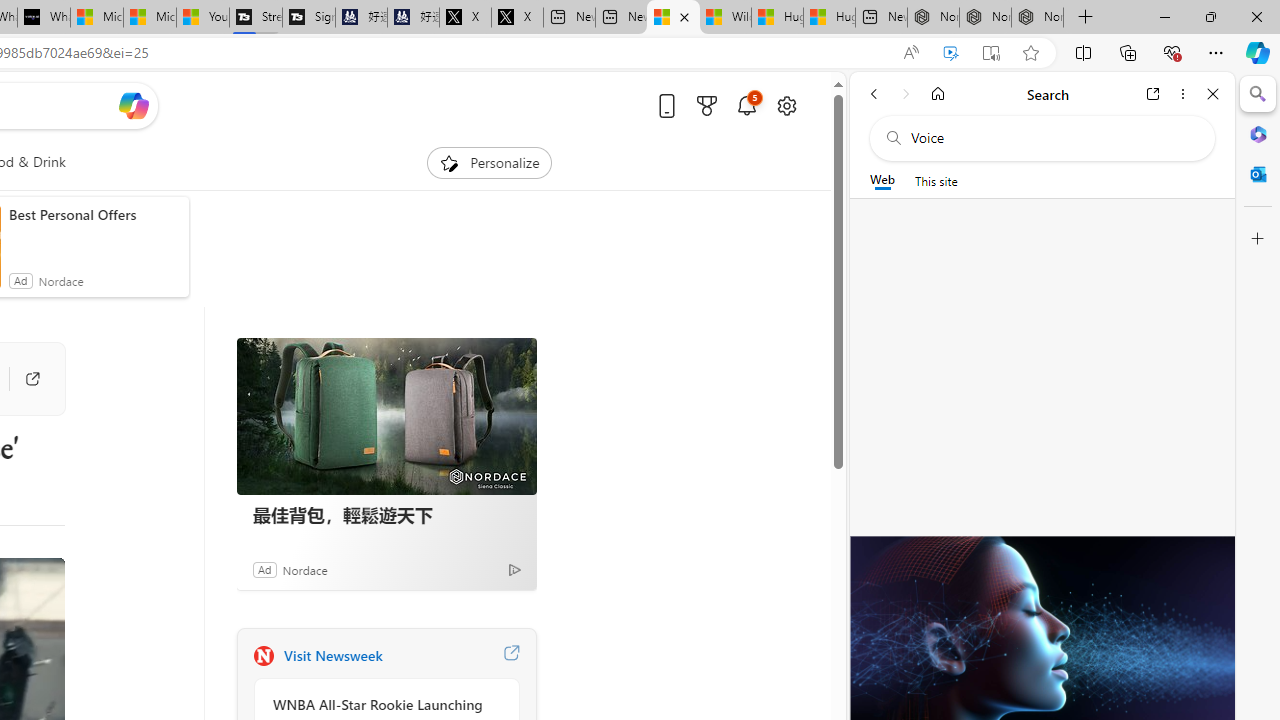  What do you see at coordinates (1257, 173) in the screenshot?
I see `'Outlook'` at bounding box center [1257, 173].